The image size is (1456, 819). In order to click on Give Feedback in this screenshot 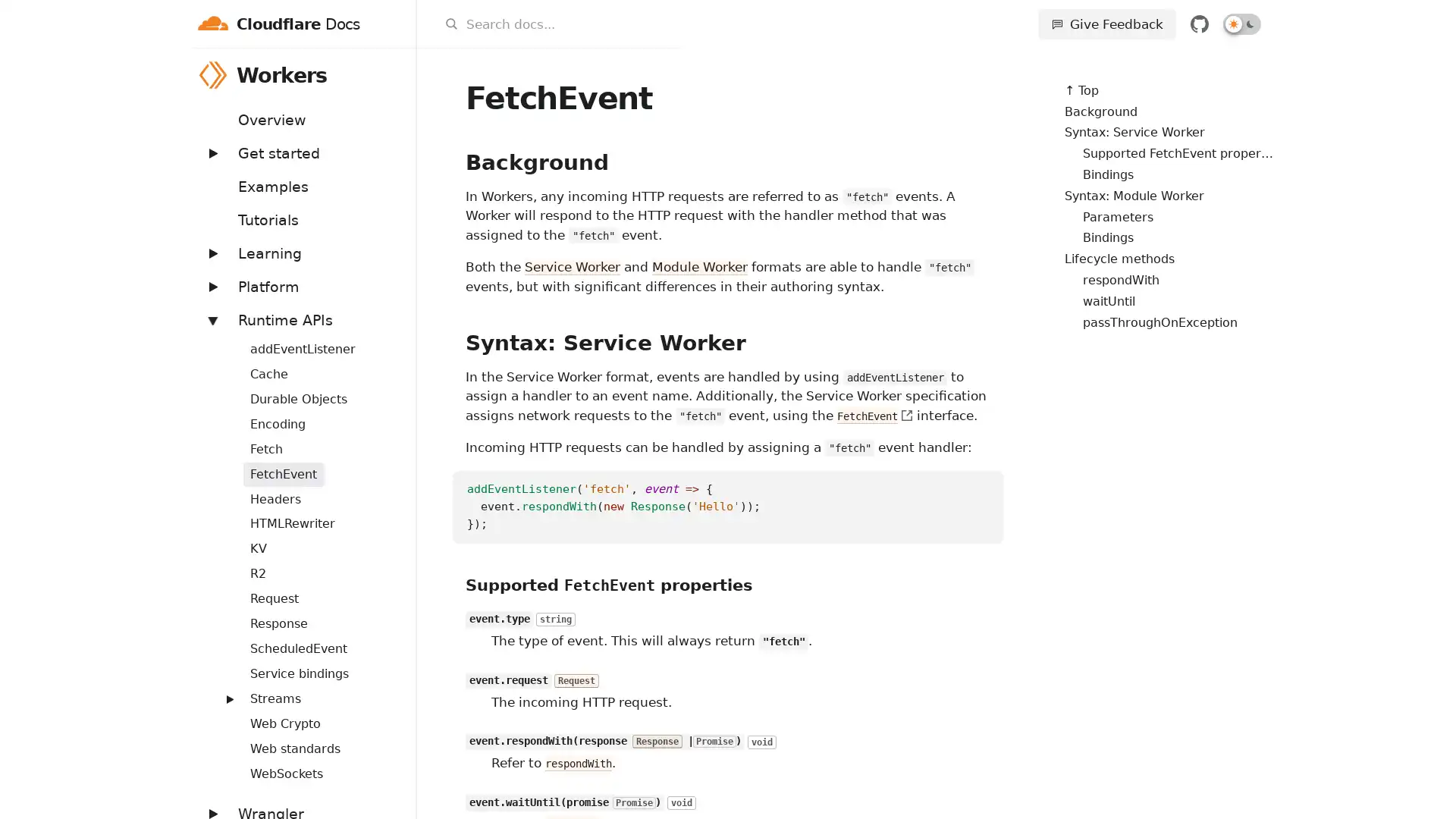, I will do `click(1106, 24)`.